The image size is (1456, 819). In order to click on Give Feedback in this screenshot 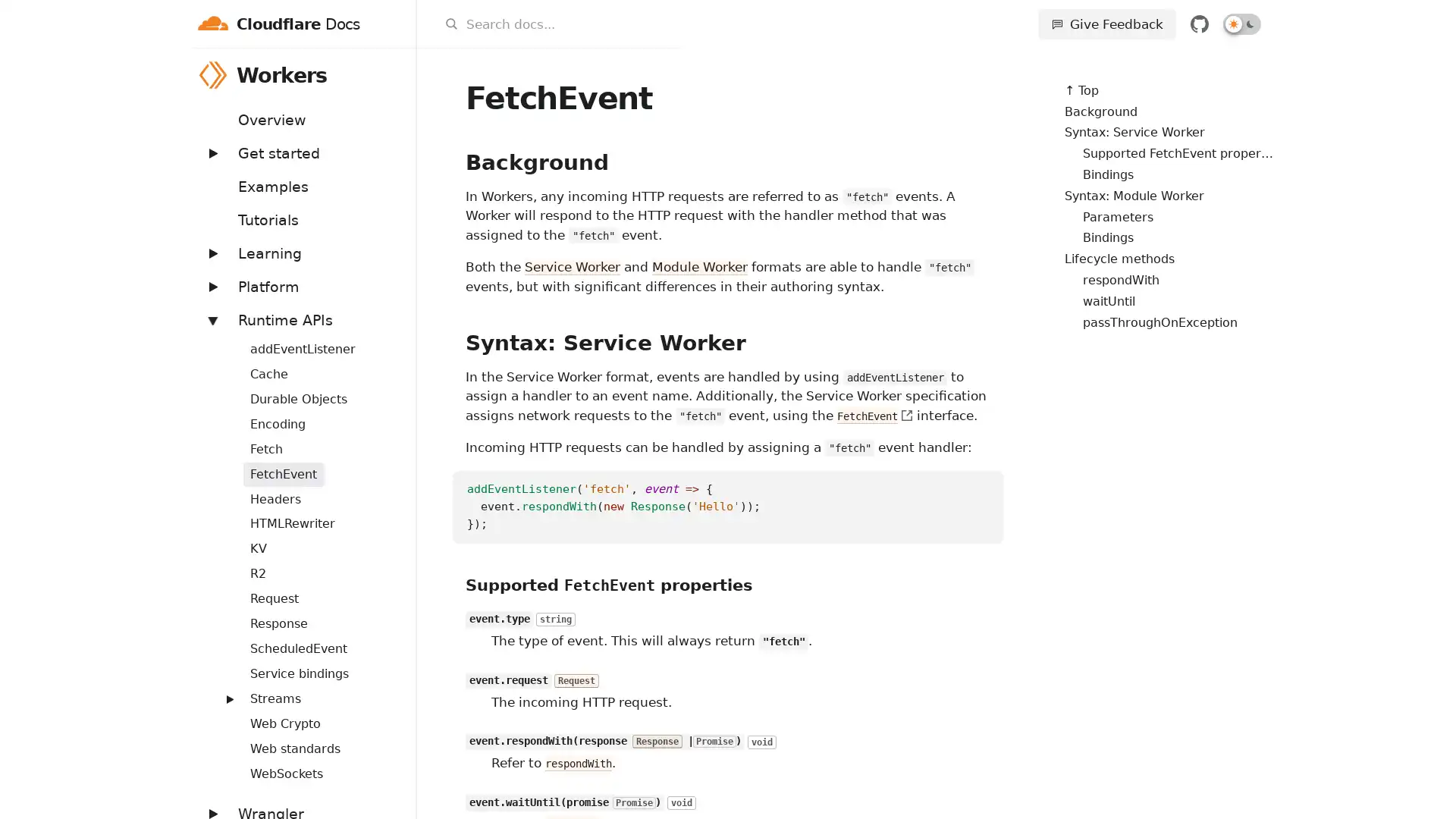, I will do `click(1106, 24)`.